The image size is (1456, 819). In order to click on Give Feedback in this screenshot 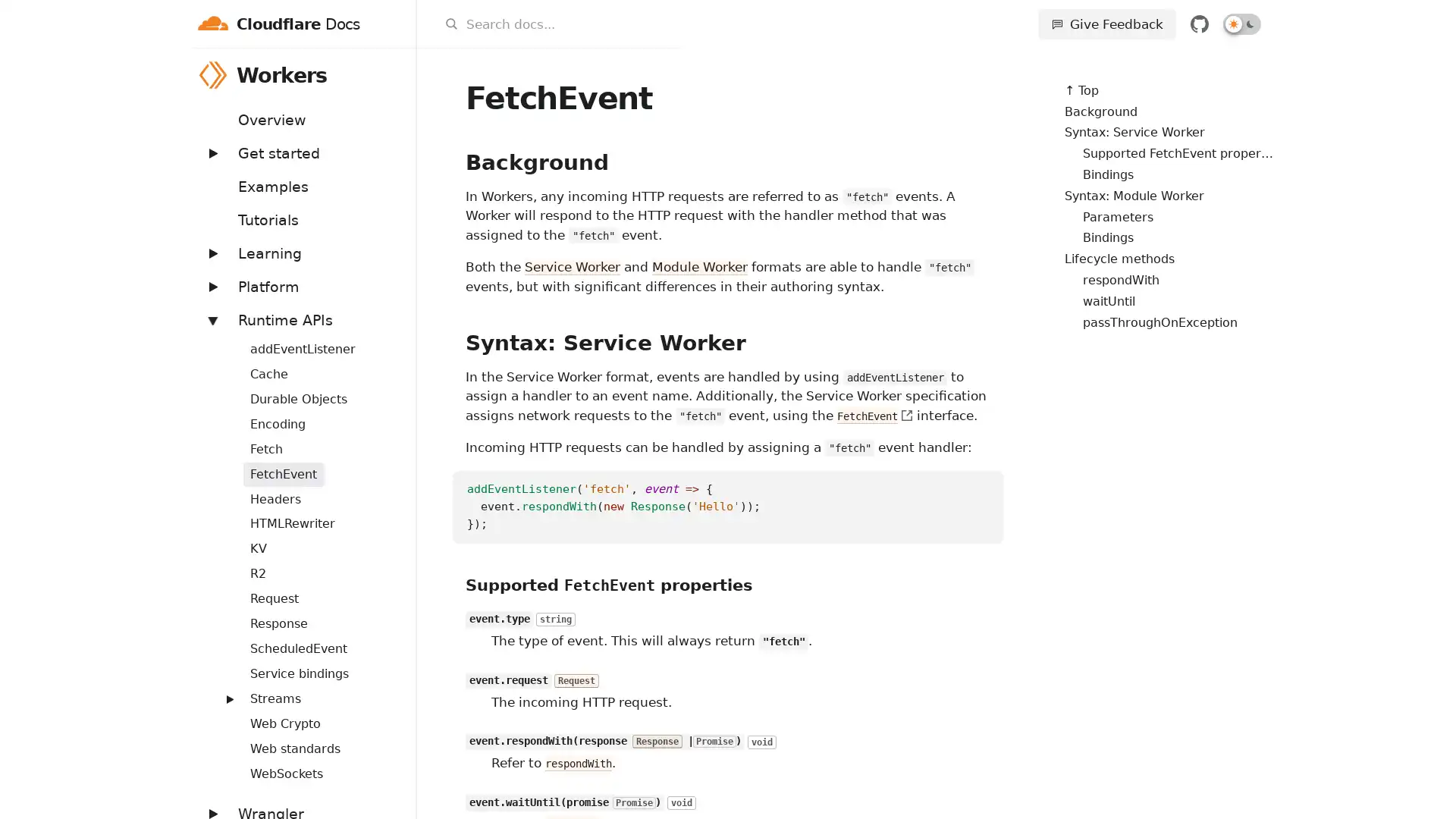, I will do `click(1106, 24)`.